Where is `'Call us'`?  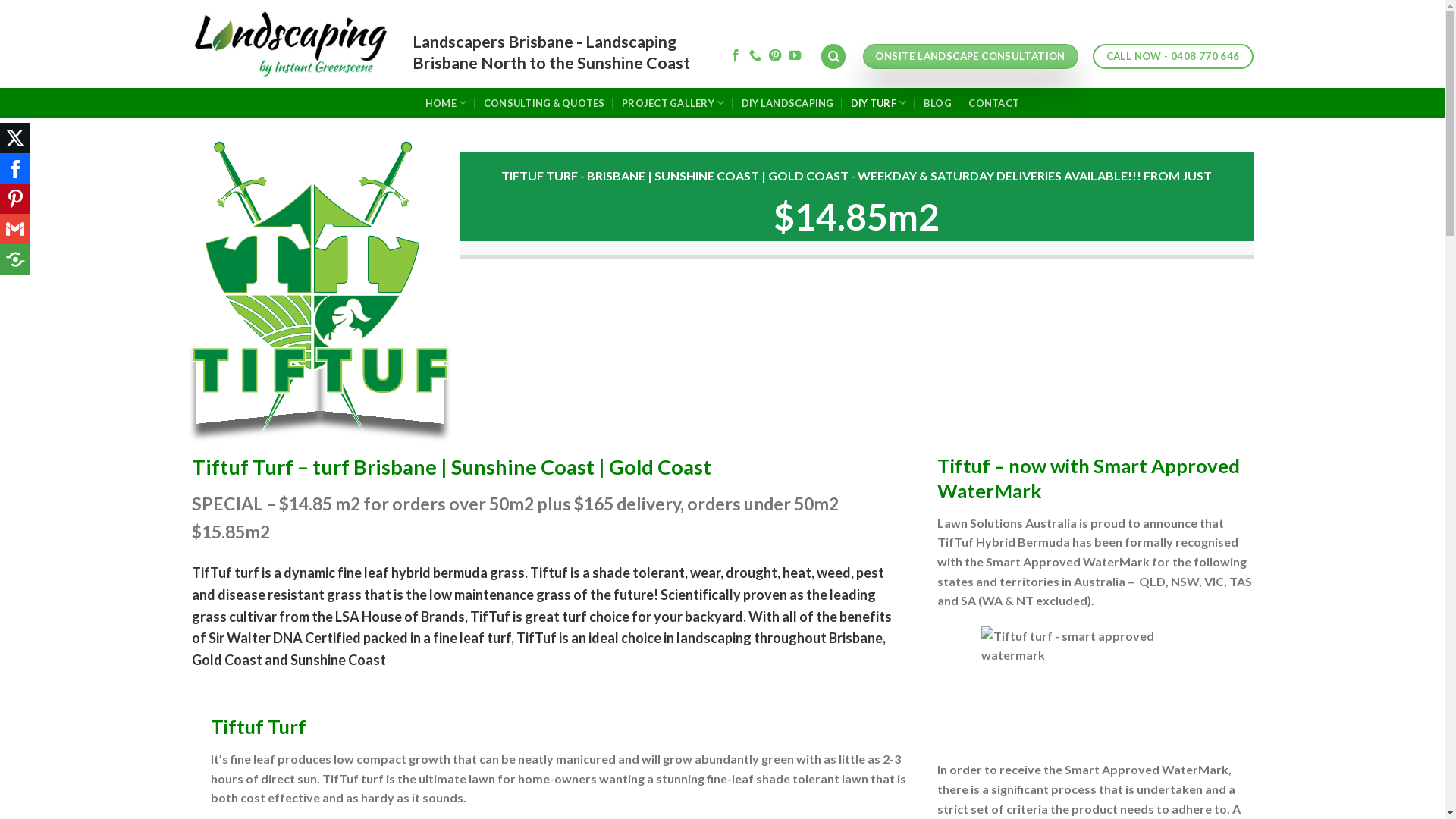 'Call us' is located at coordinates (755, 55).